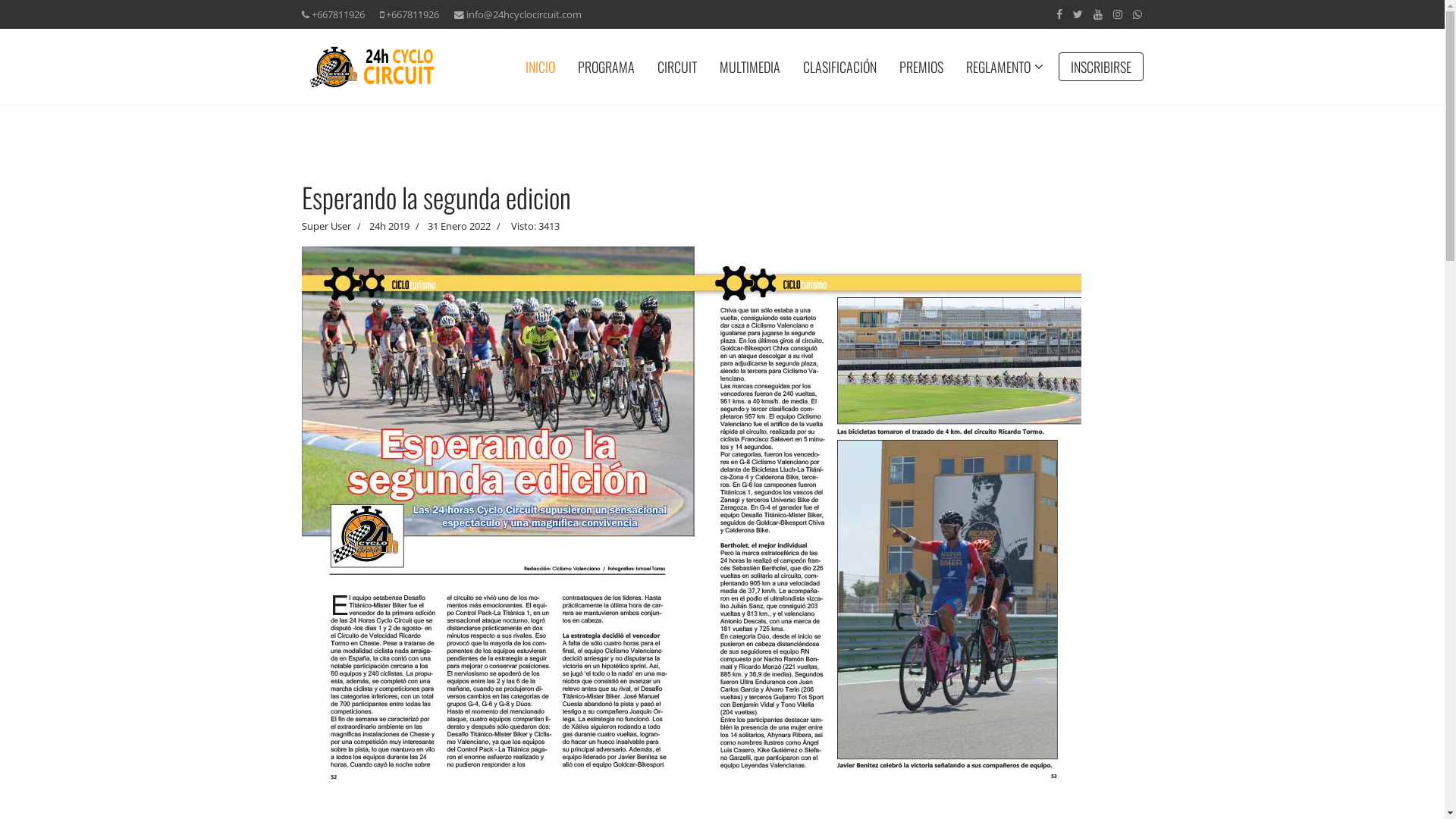 The image size is (1456, 819). What do you see at coordinates (368, 225) in the screenshot?
I see `'24h 2019'` at bounding box center [368, 225].